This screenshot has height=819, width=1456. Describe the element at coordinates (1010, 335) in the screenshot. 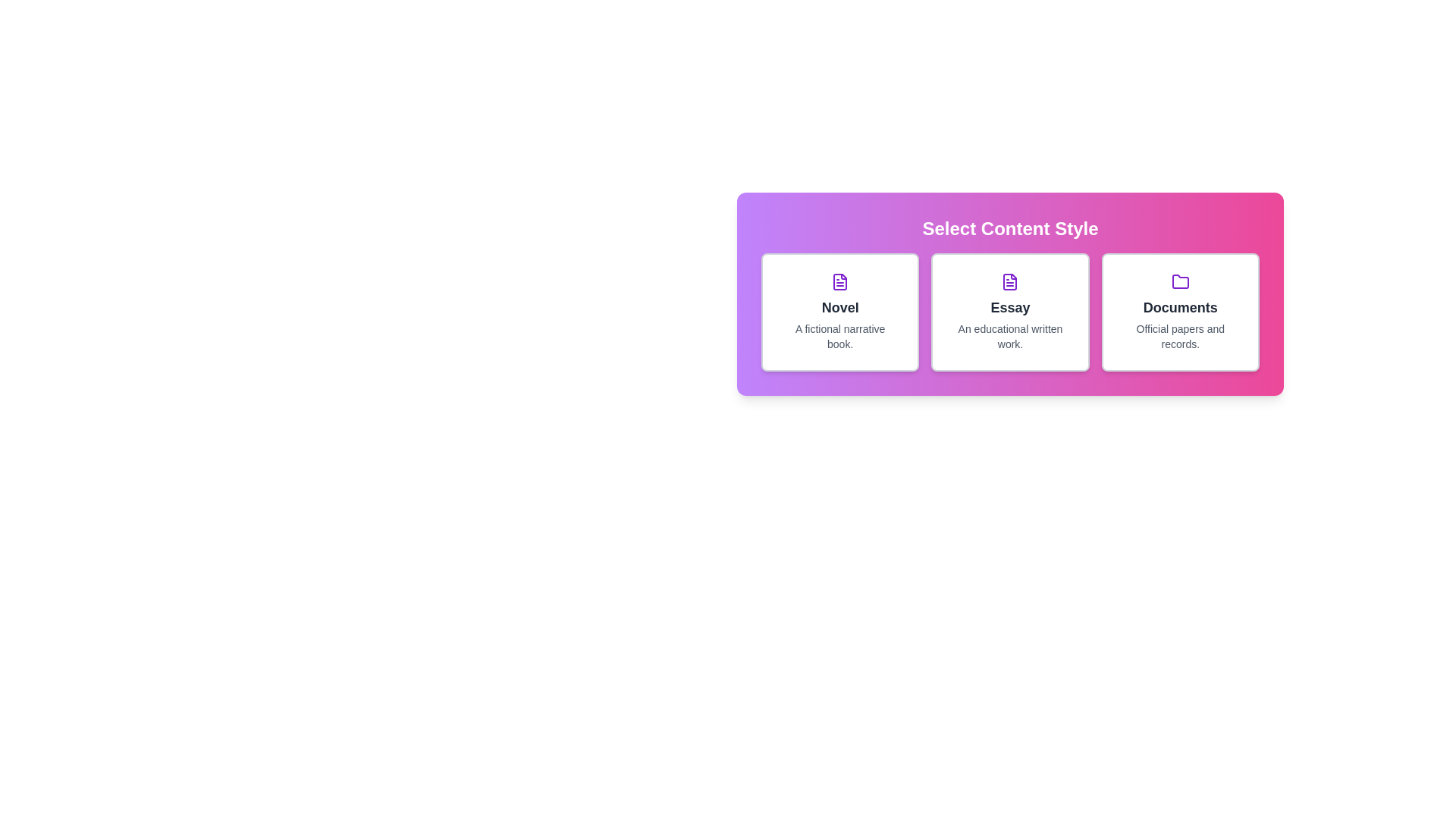

I see `the text line that says 'An educational written work.' positioned centrally beneath the title 'Essay' within the 'Essay' card` at that location.